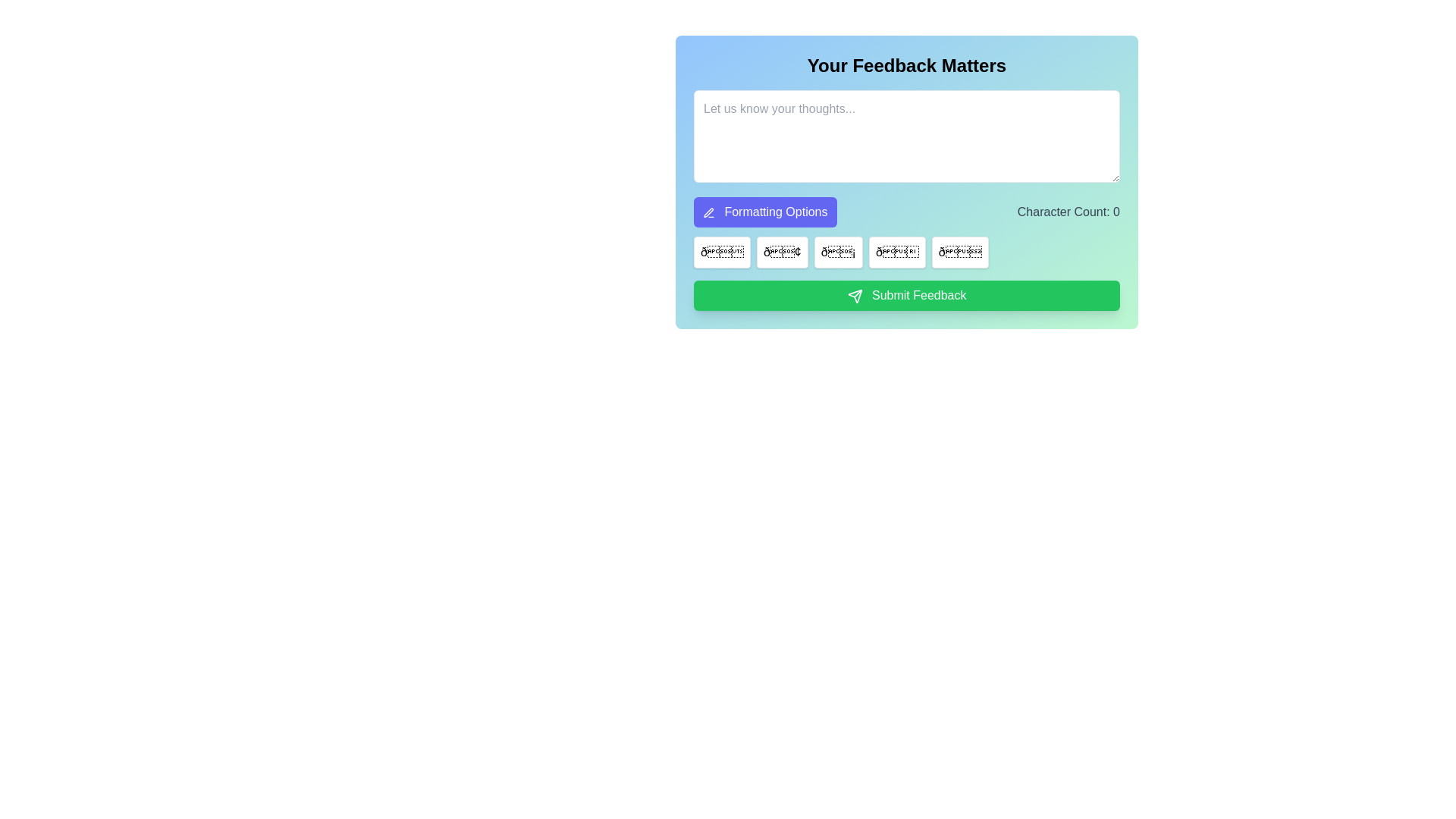  What do you see at coordinates (837, 251) in the screenshot?
I see `the third emoji button in the feedback submission form` at bounding box center [837, 251].